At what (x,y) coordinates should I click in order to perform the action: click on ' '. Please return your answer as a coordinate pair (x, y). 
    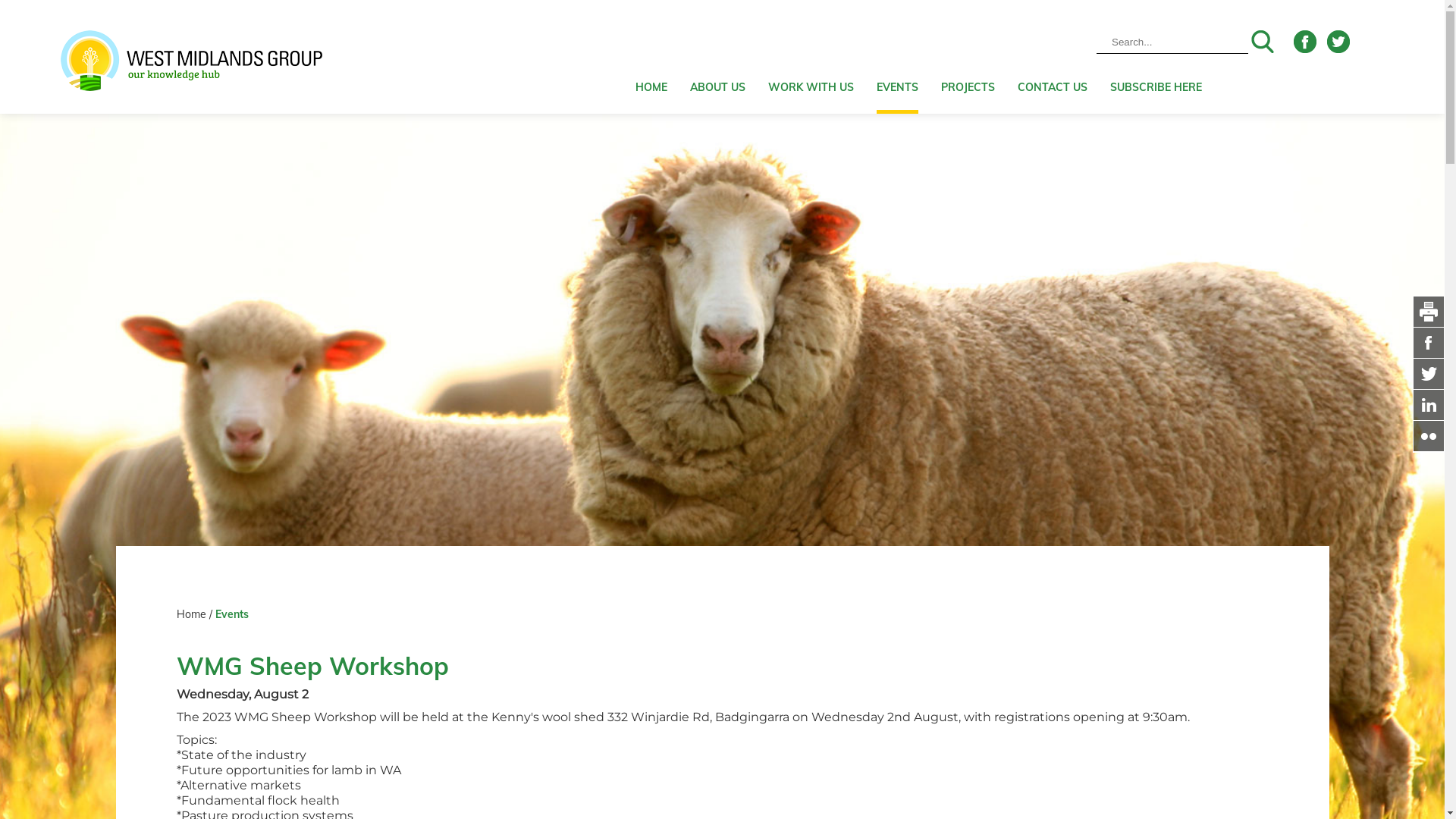
    Looking at the image, I should click on (1427, 342).